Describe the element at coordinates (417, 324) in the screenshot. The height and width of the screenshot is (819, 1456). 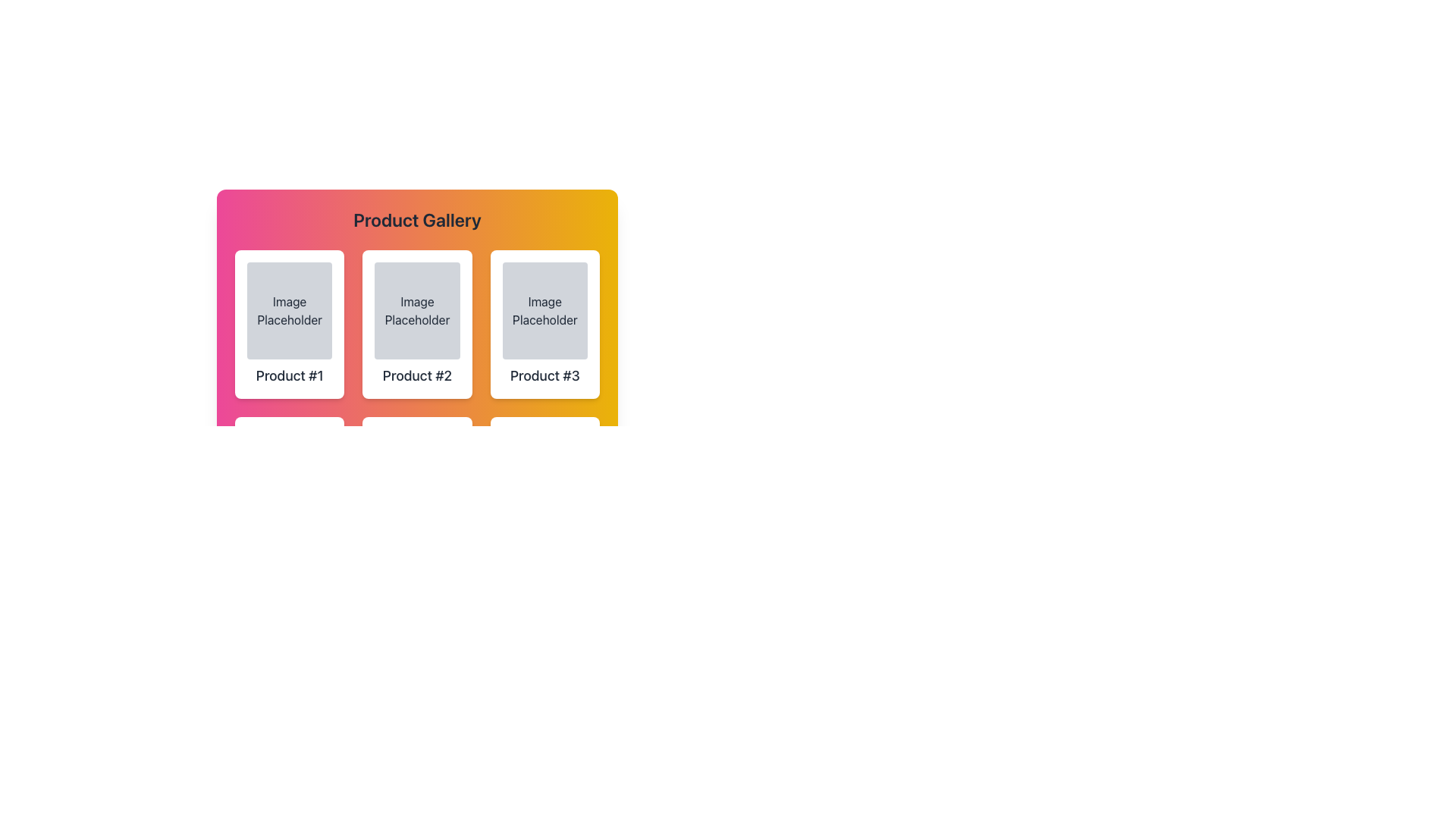
I see `the second product card in the grid layout, positioned in the middle column of the first row` at that location.